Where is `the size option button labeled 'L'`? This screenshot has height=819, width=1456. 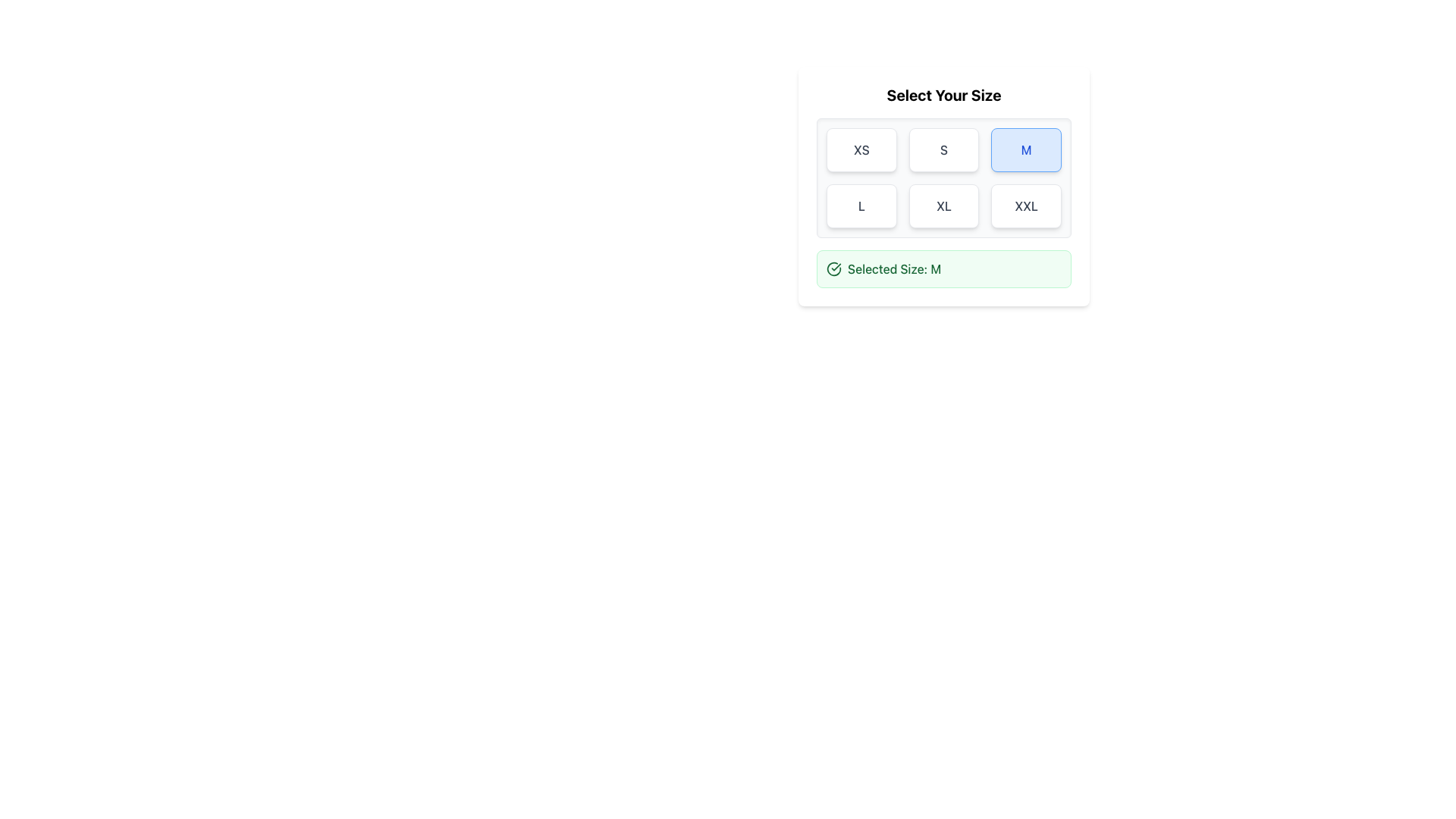 the size option button labeled 'L' is located at coordinates (861, 206).